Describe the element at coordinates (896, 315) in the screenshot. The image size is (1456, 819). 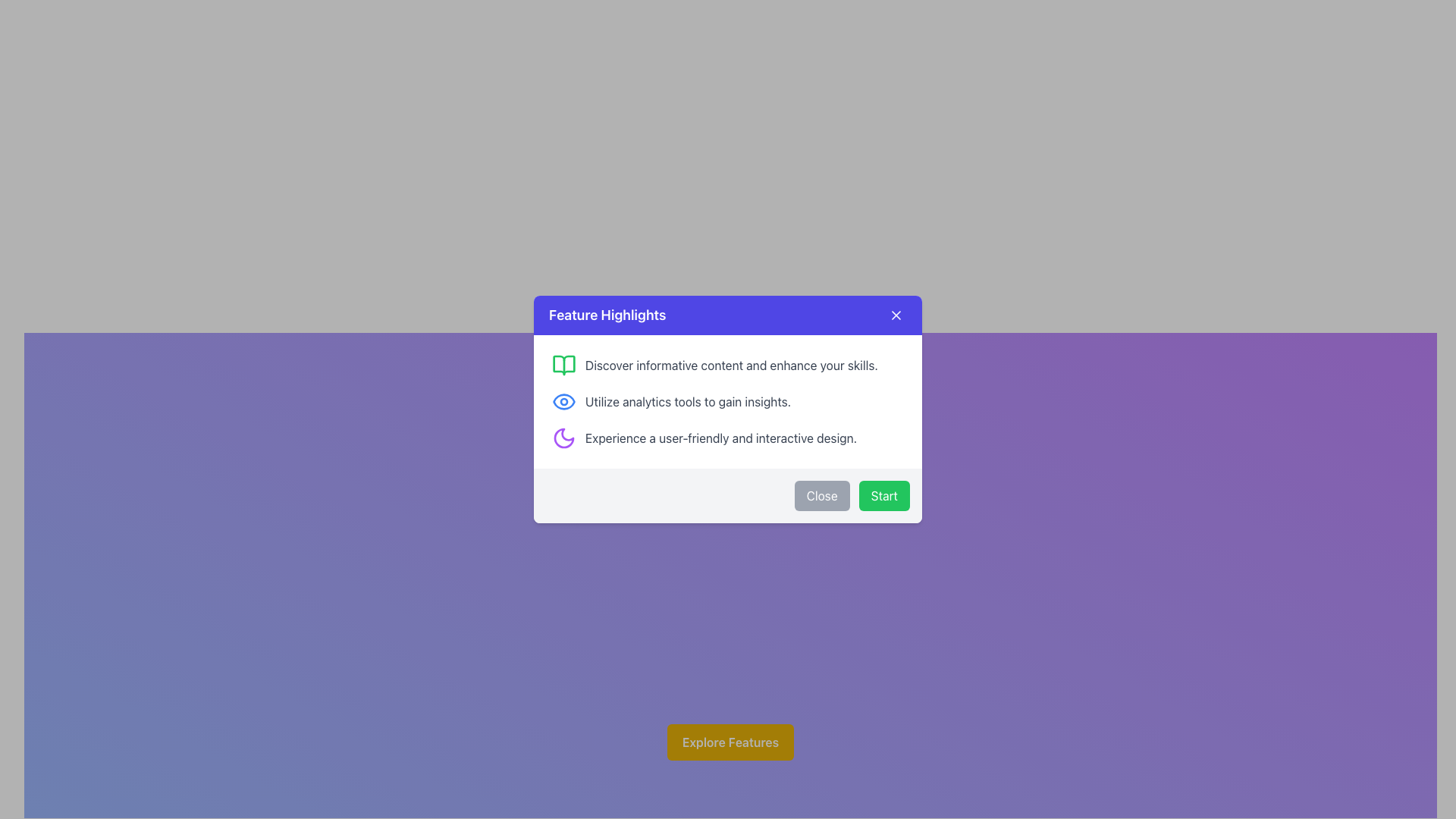
I see `the close button located at the top-right corner of the blue header bar labeled 'Feature Highlights'` at that location.